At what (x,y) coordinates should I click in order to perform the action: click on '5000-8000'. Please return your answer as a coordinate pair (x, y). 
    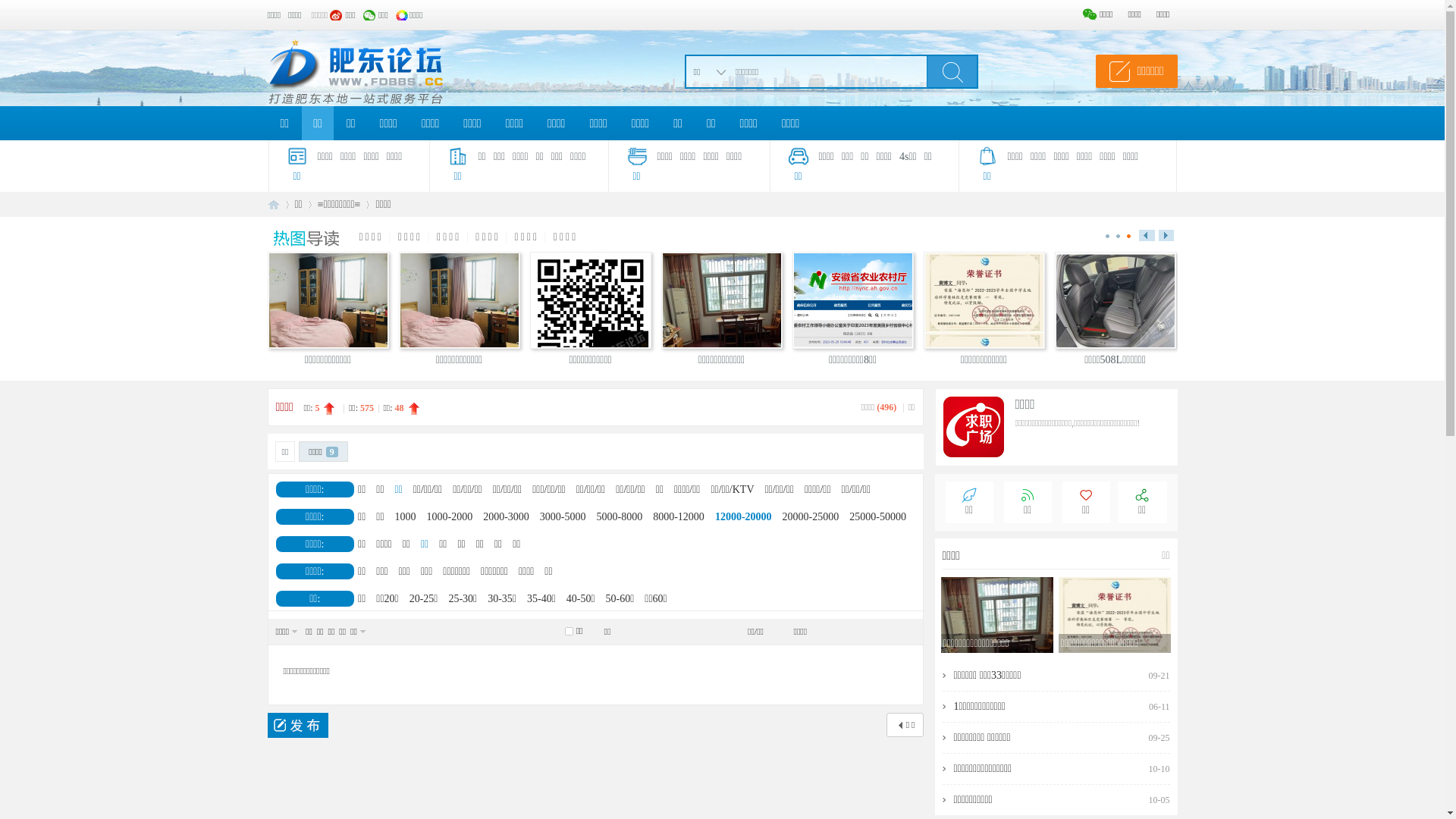
    Looking at the image, I should click on (620, 516).